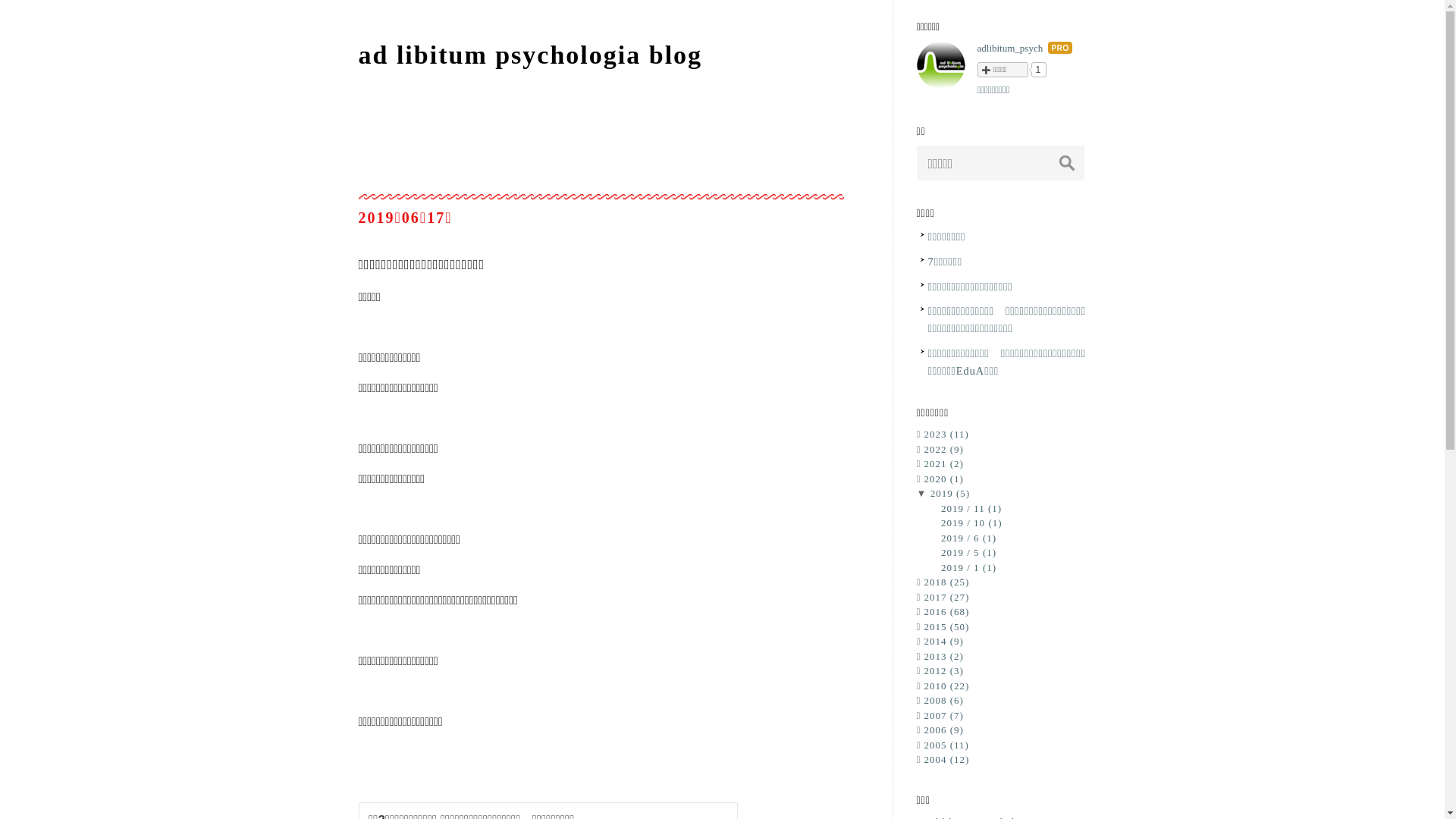  I want to click on '20190617', so click(404, 218).